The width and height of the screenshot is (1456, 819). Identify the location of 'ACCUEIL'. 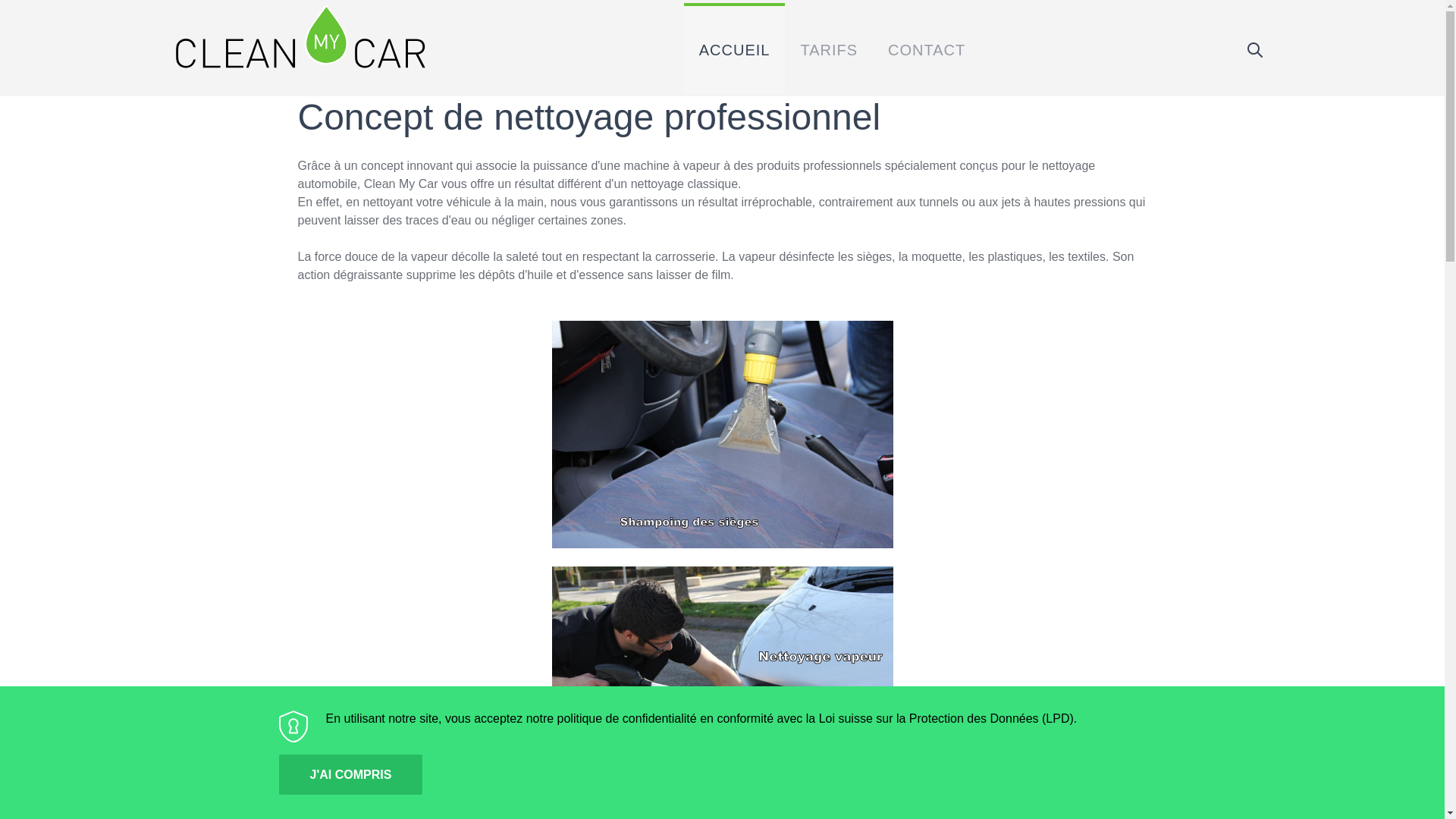
(735, 48).